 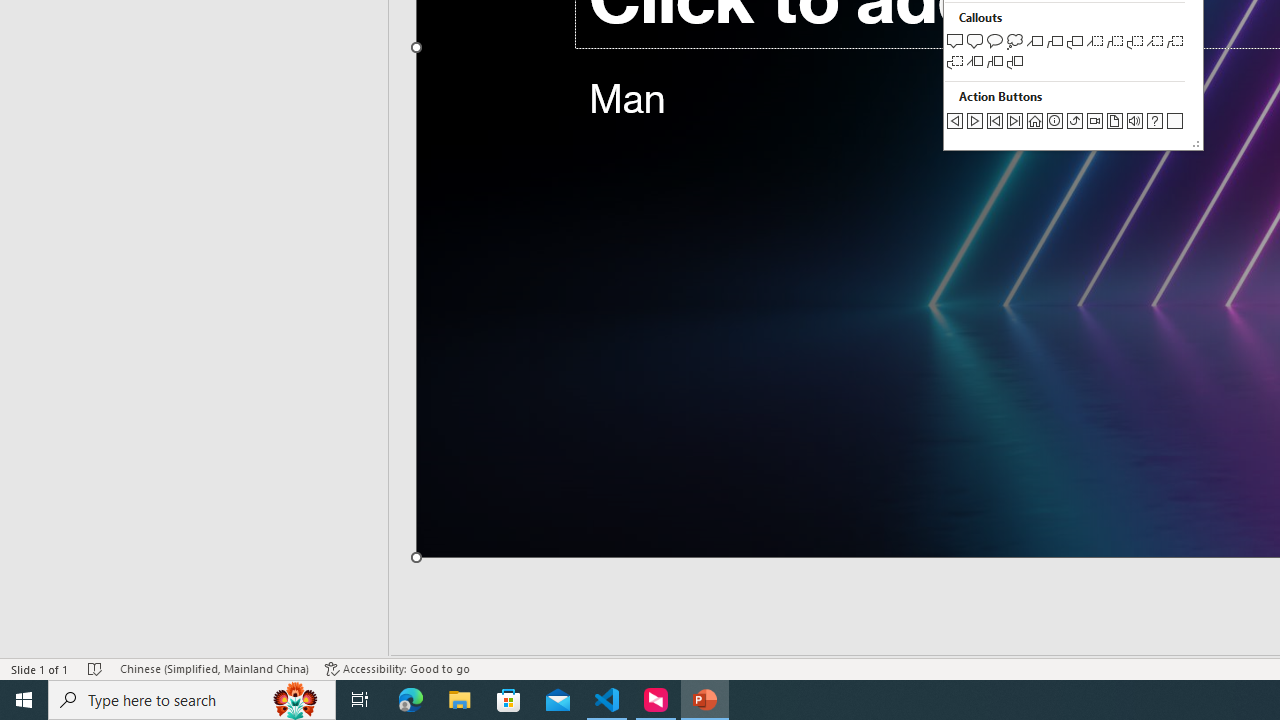 What do you see at coordinates (95, 669) in the screenshot?
I see `'Spell Check No Errors'` at bounding box center [95, 669].